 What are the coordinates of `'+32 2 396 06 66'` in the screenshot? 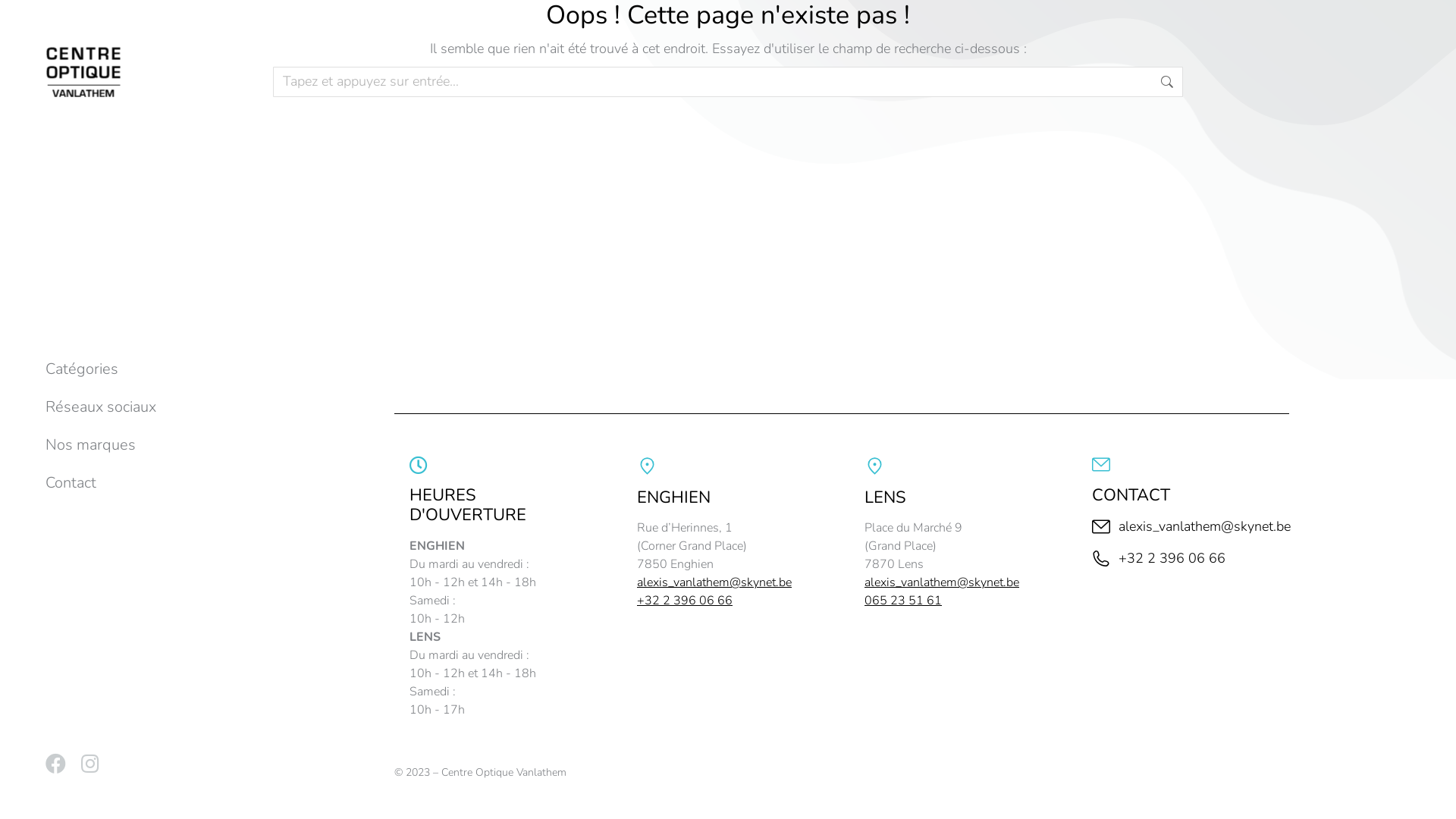 It's located at (1182, 558).